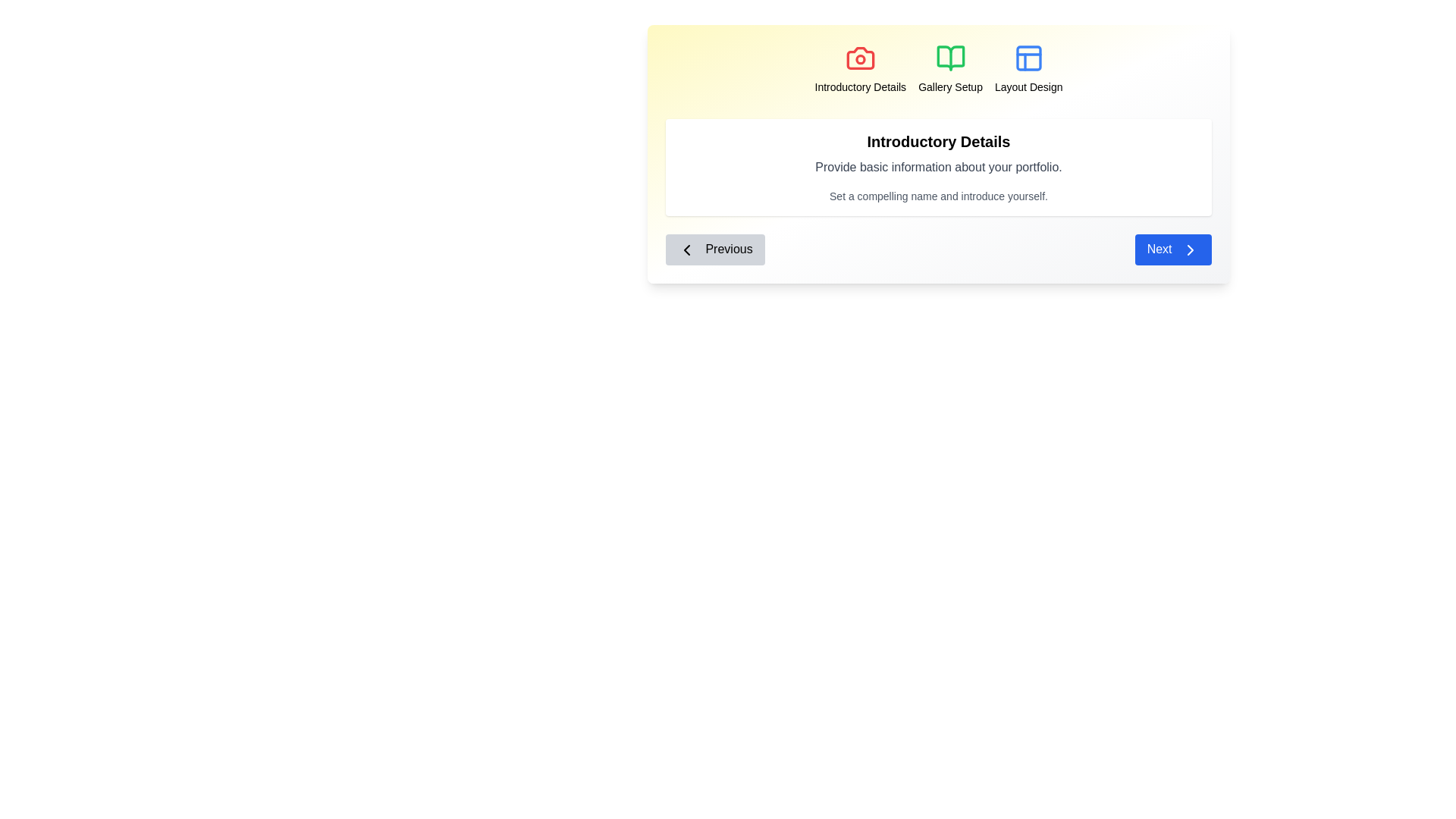 The width and height of the screenshot is (1456, 819). Describe the element at coordinates (860, 69) in the screenshot. I see `the selectable menu item labeled 'Introductory Details' which has a red camera icon above it for interaction` at that location.